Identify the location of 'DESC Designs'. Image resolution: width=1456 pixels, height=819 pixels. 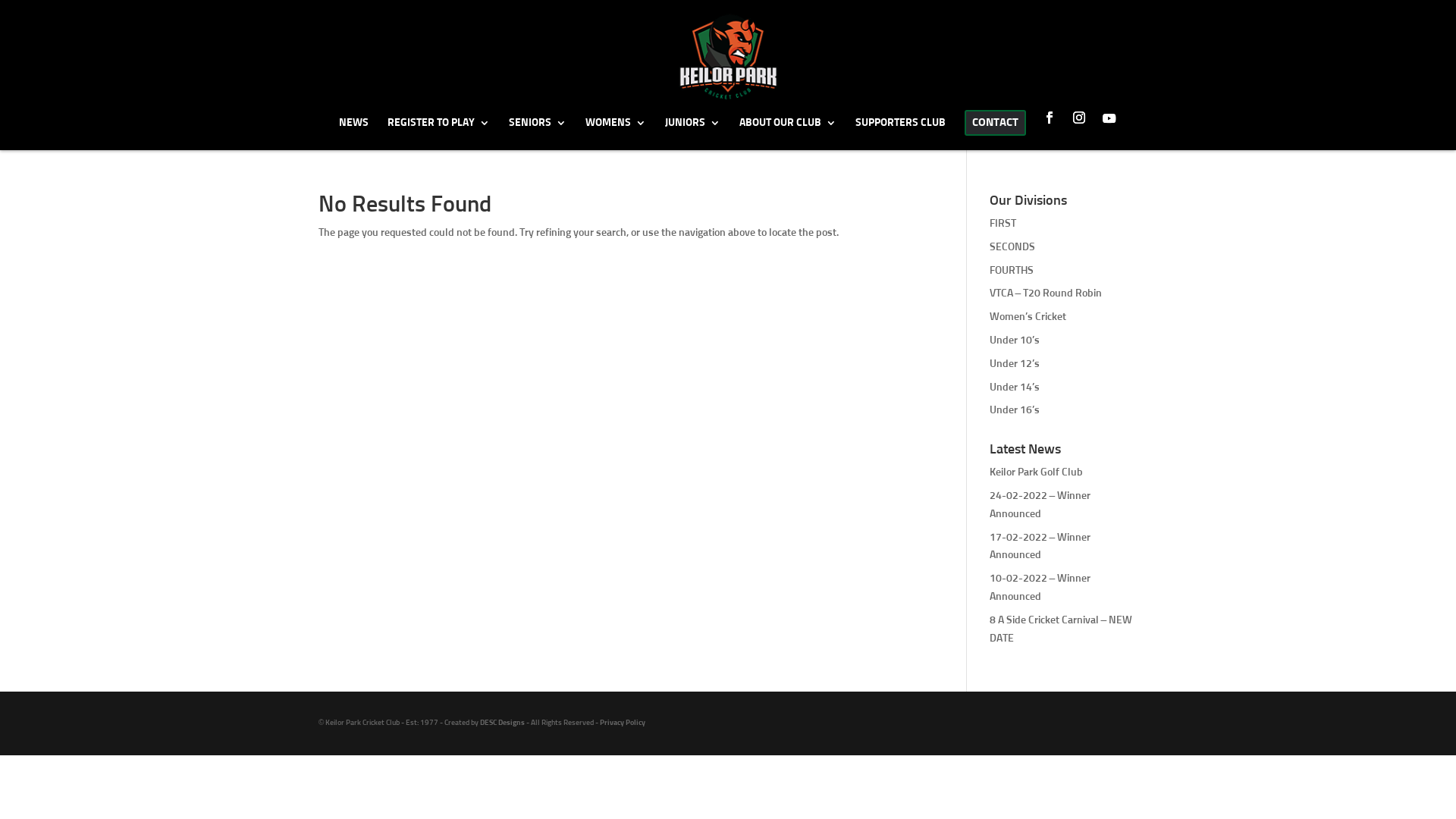
(479, 721).